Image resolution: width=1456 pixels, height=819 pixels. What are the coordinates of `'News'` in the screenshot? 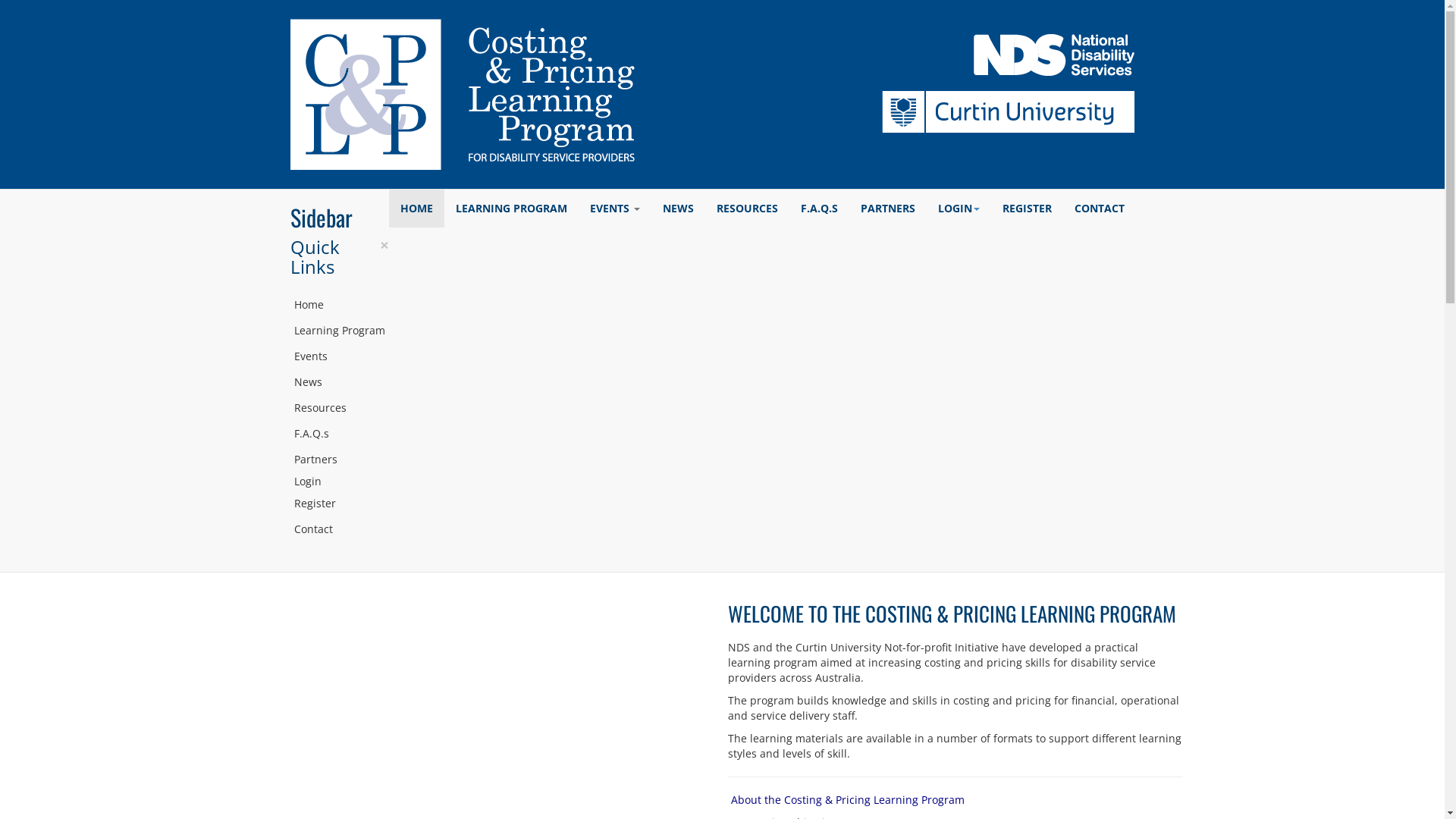 It's located at (337, 381).